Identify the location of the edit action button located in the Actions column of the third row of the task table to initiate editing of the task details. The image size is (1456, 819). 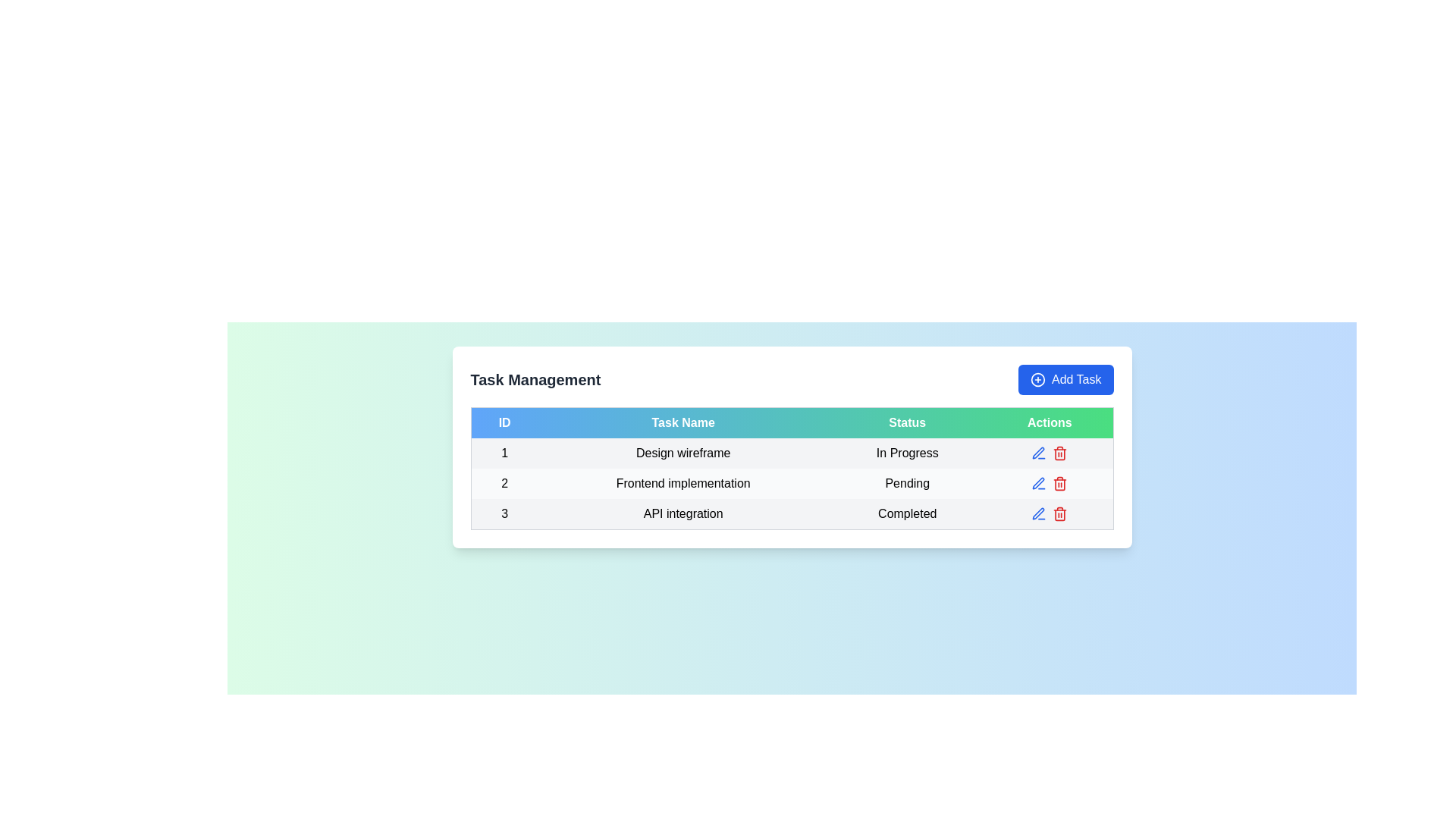
(1037, 513).